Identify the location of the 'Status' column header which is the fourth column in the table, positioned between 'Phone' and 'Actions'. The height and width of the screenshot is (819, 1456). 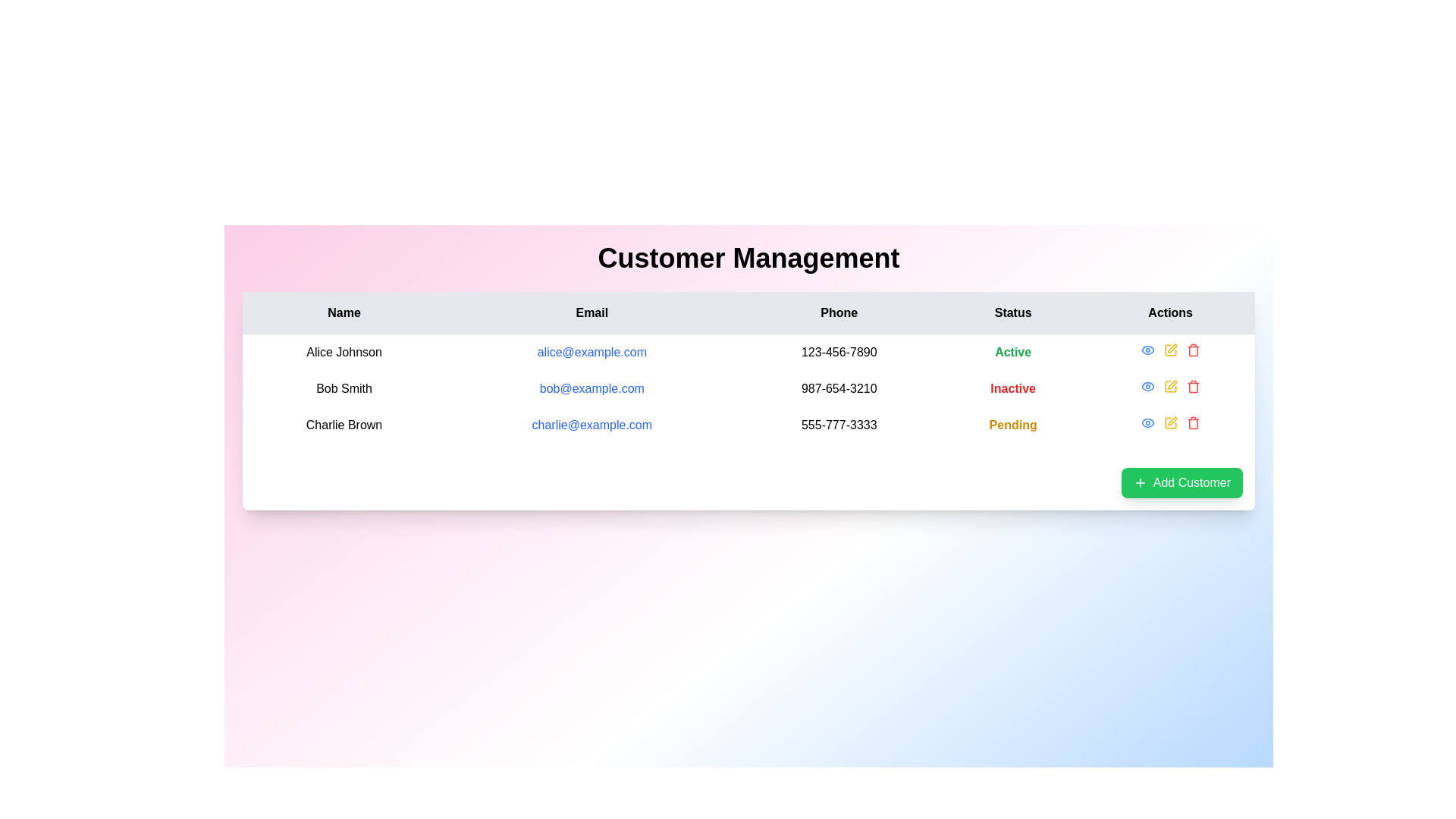
(1013, 312).